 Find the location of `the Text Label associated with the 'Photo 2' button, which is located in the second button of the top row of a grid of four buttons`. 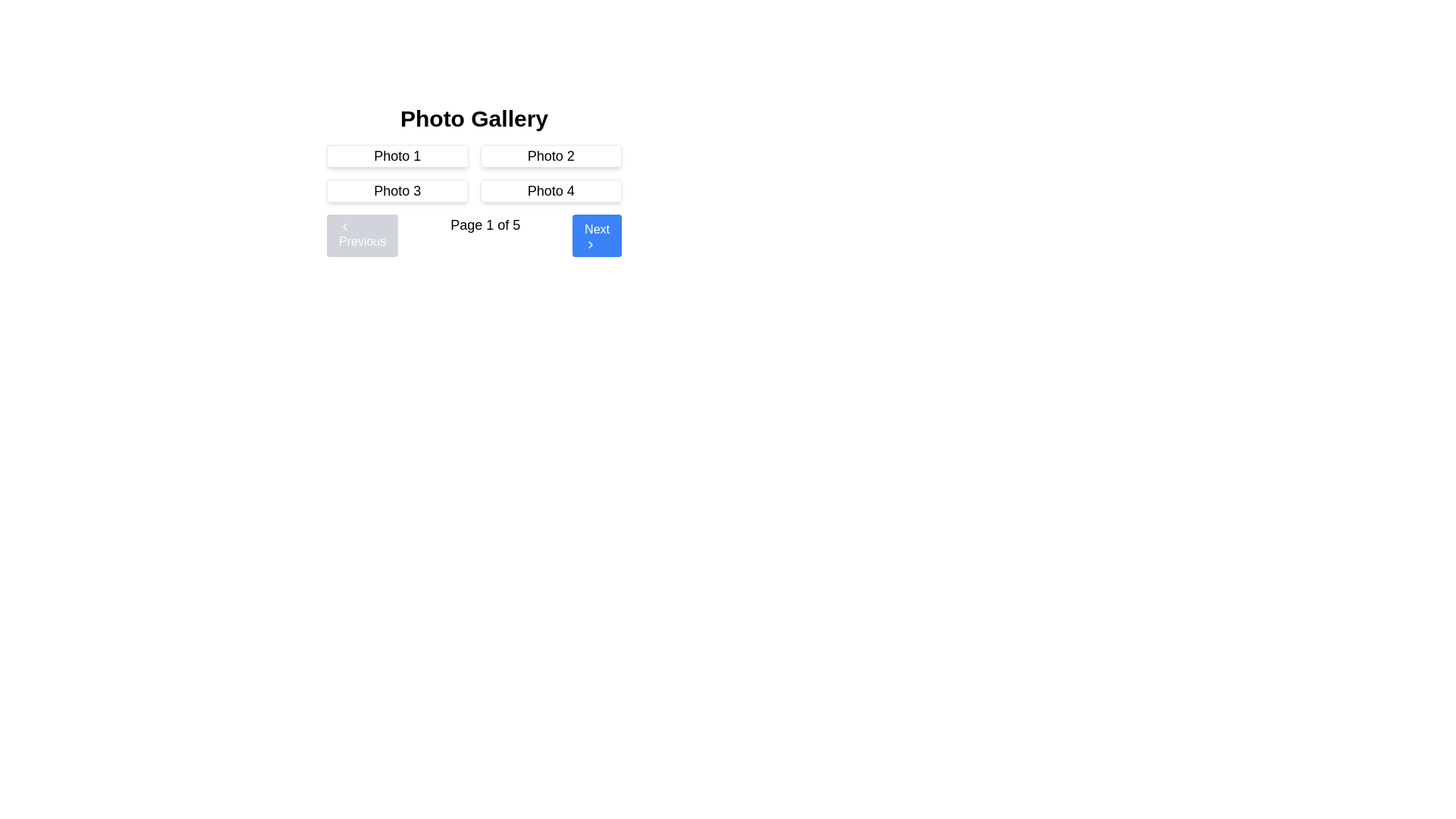

the Text Label associated with the 'Photo 2' button, which is located in the second button of the top row of a grid of four buttons is located at coordinates (550, 155).